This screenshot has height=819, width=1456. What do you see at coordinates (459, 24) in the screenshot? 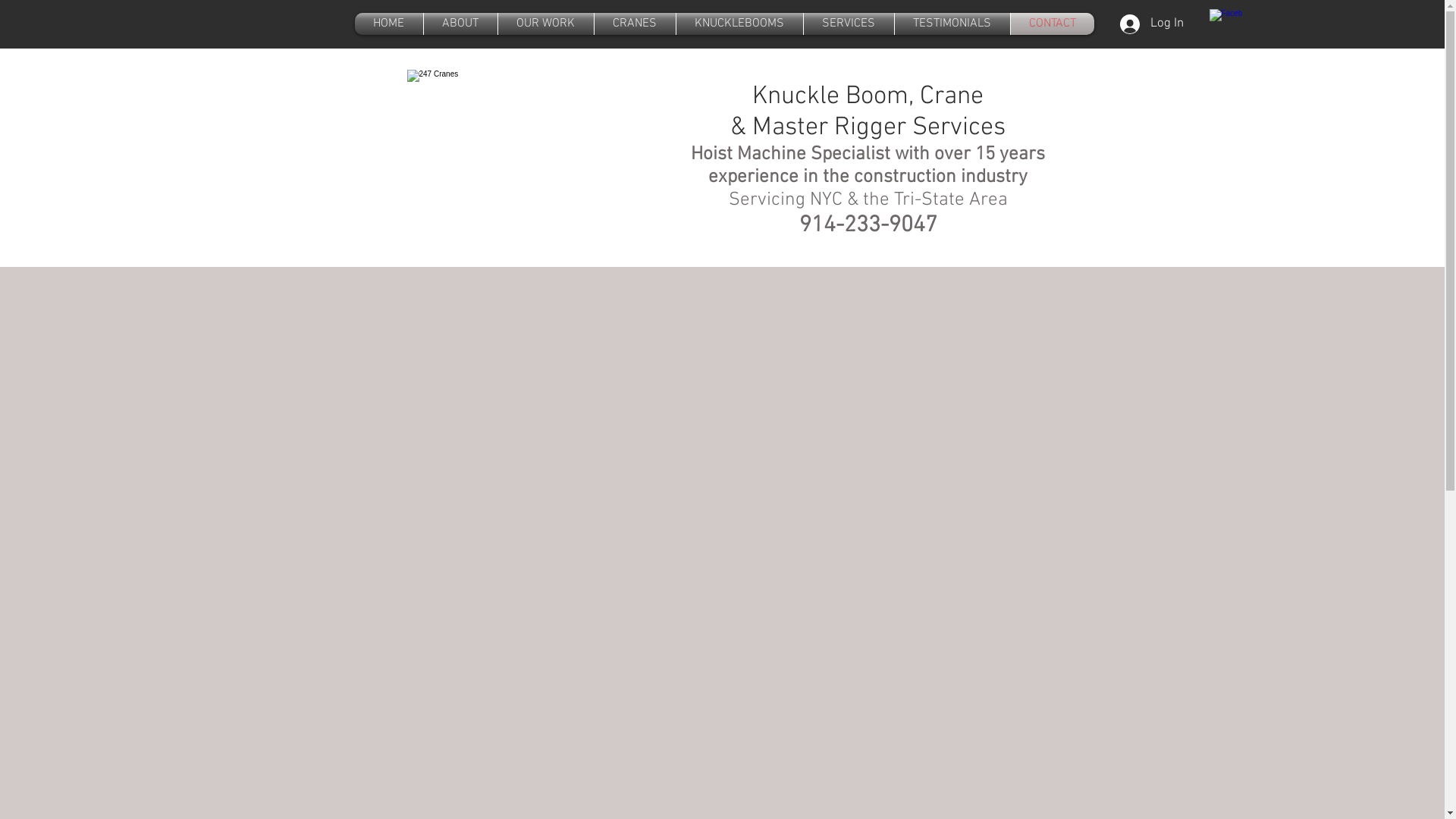
I see `'ABOUT'` at bounding box center [459, 24].